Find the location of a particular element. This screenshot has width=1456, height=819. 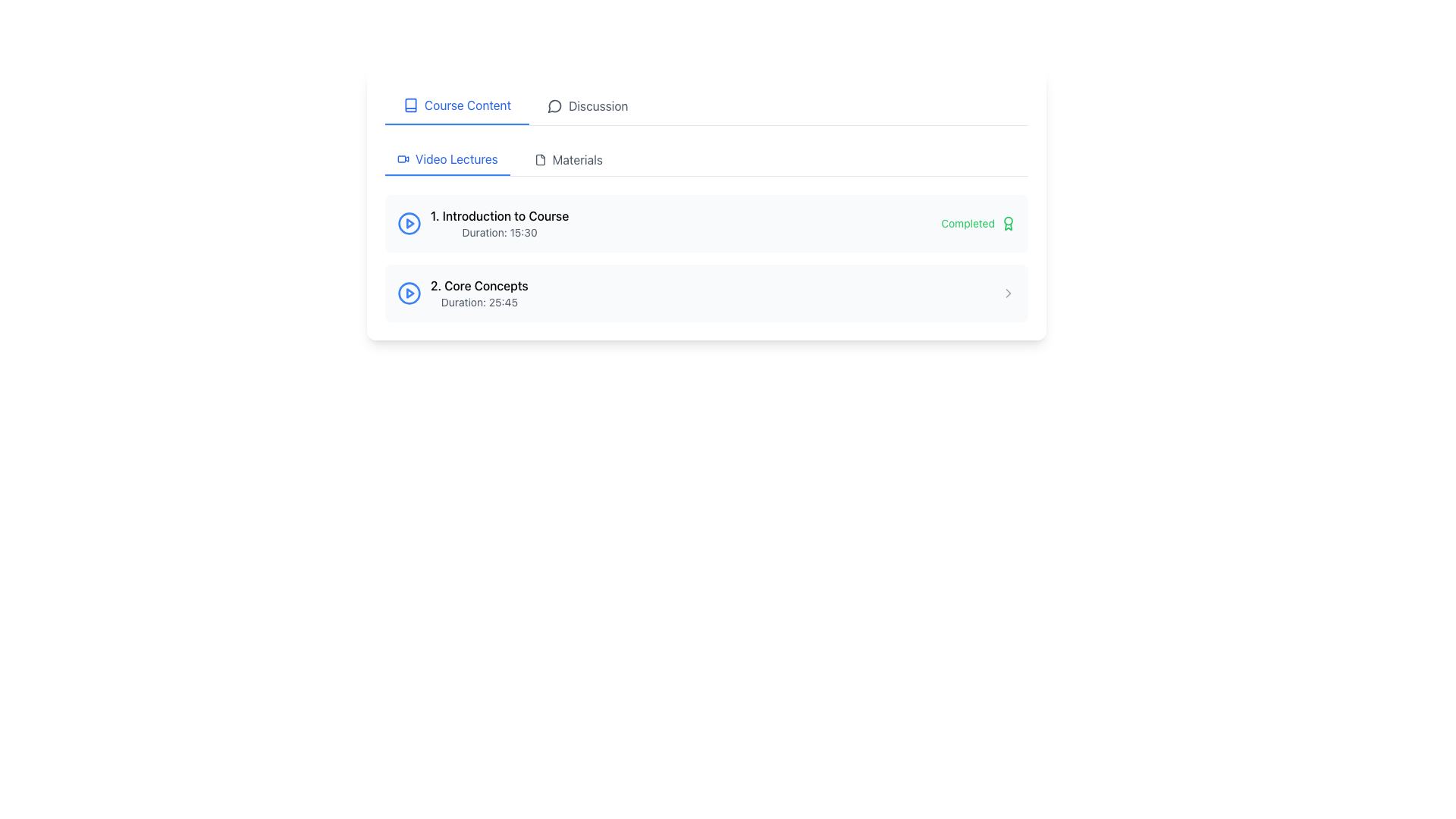

duration information of the first lecture in the 'Video Lectures' section, which includes a text label and a clickable play button is located at coordinates (482, 223).